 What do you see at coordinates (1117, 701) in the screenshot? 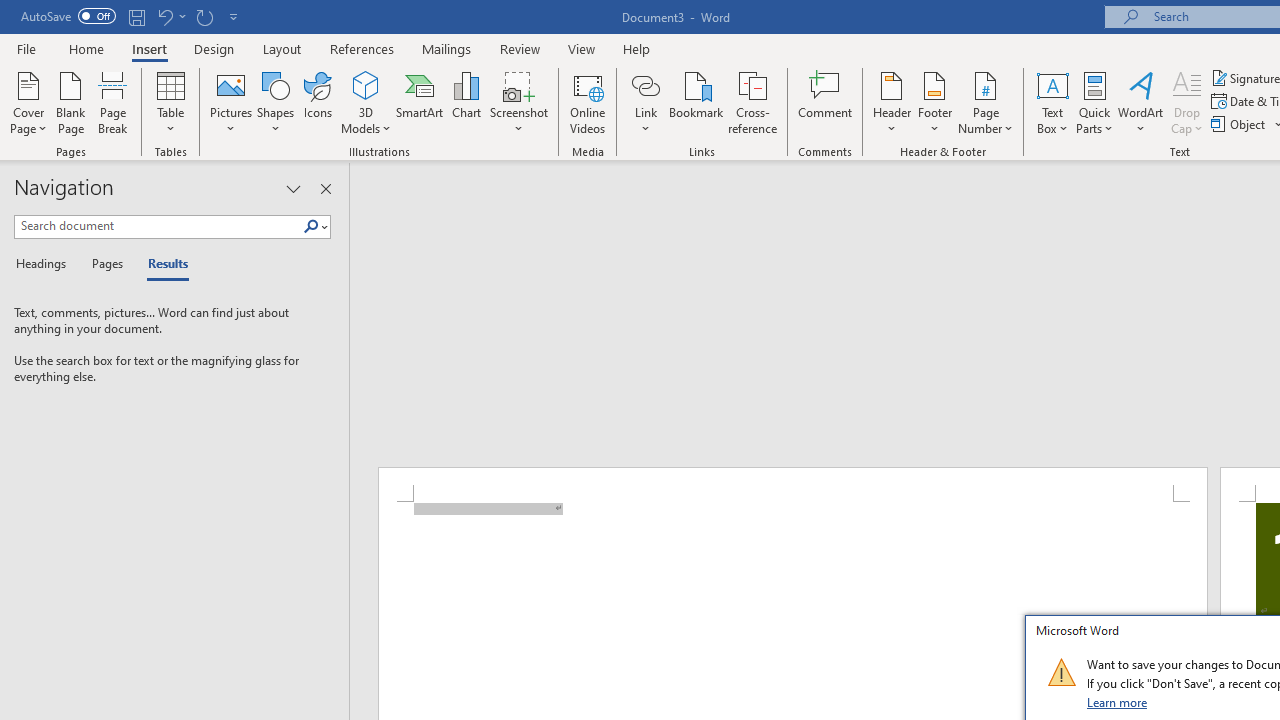
I see `'Learn more'` at bounding box center [1117, 701].